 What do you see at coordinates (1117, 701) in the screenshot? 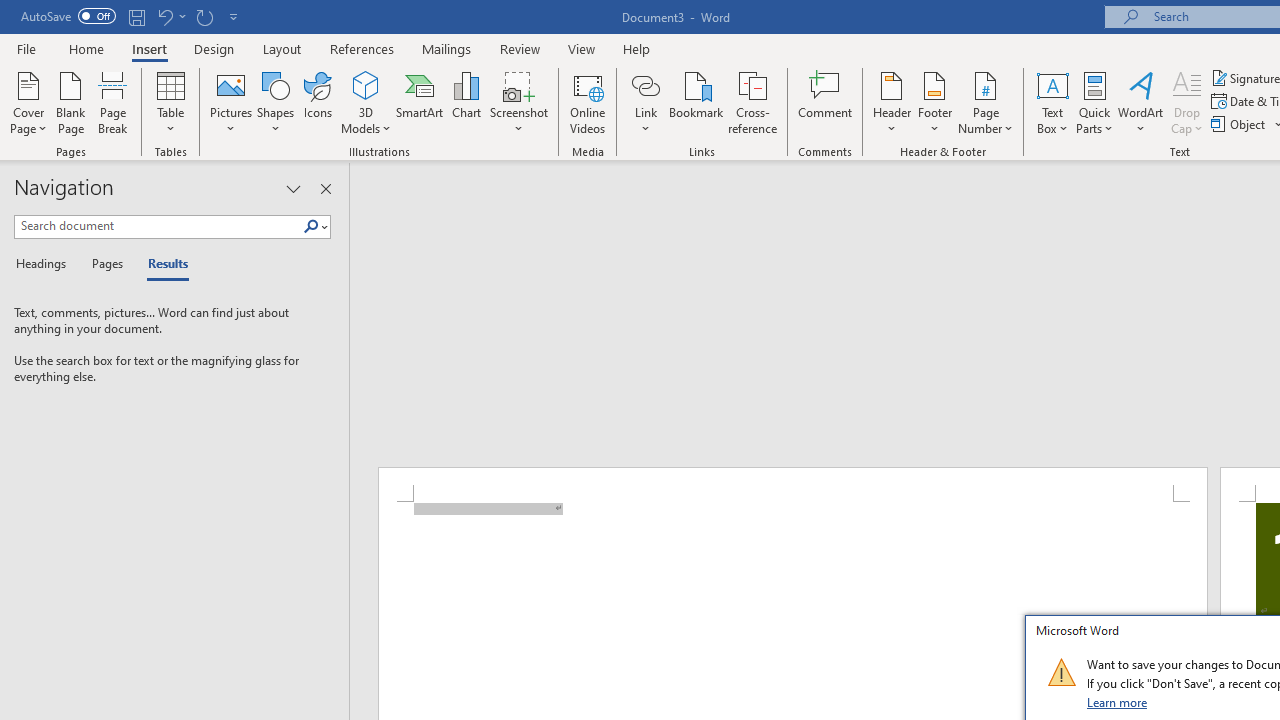
I see `'Learn more'` at bounding box center [1117, 701].